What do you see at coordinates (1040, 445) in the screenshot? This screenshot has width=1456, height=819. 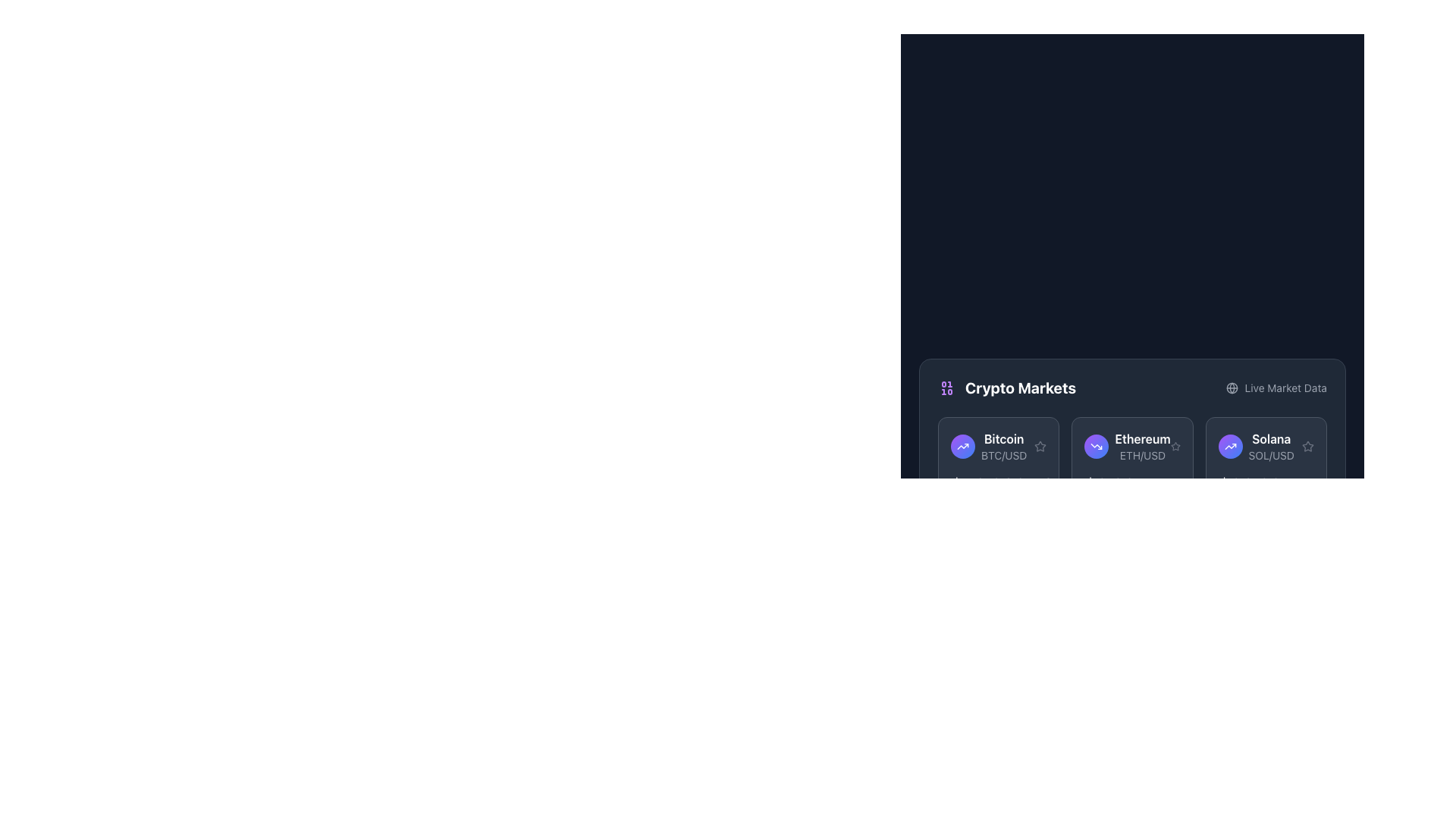 I see `keyboard navigation` at bounding box center [1040, 445].